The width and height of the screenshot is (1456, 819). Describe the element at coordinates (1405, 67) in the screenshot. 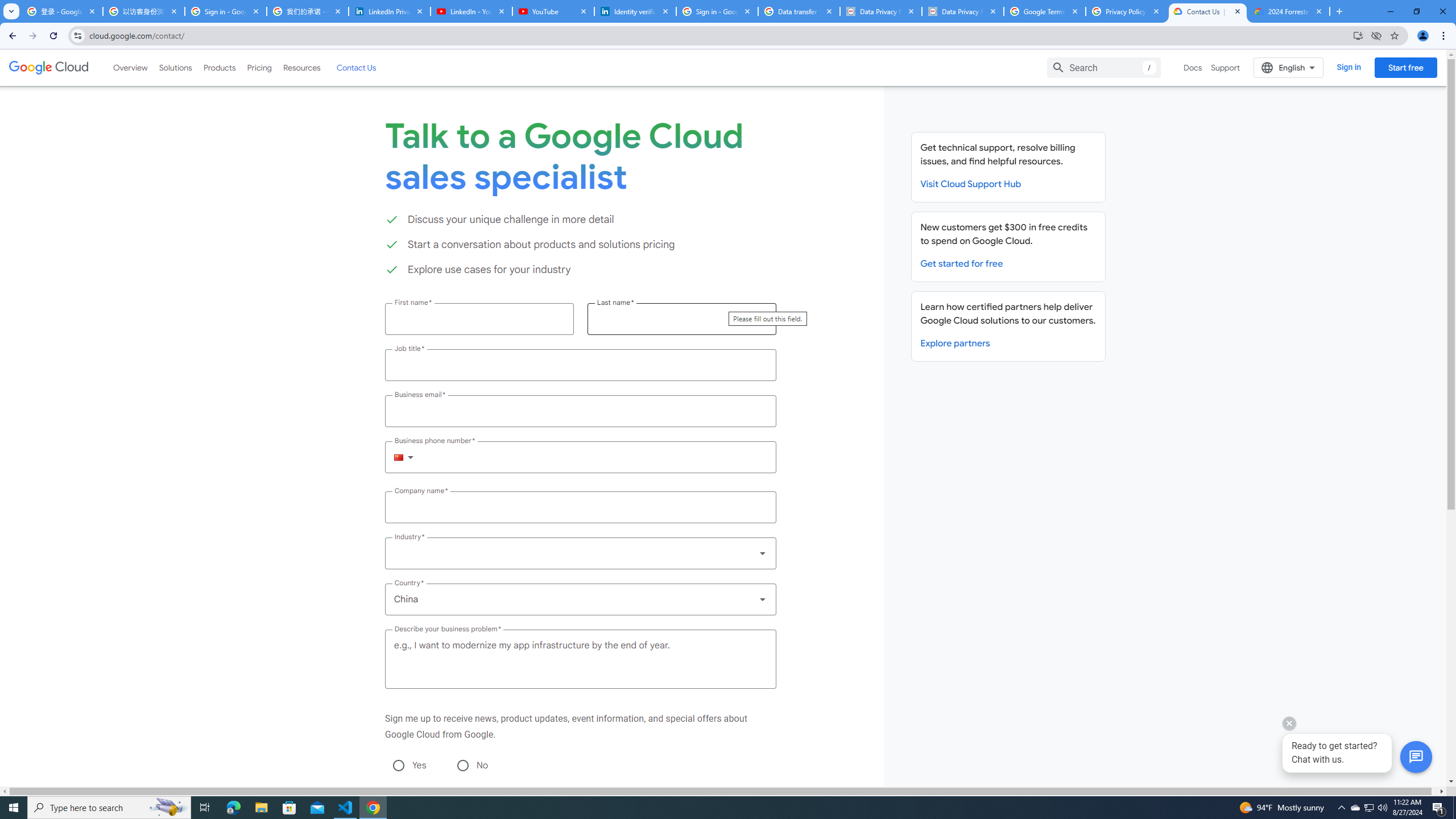

I see `'Start free'` at that location.